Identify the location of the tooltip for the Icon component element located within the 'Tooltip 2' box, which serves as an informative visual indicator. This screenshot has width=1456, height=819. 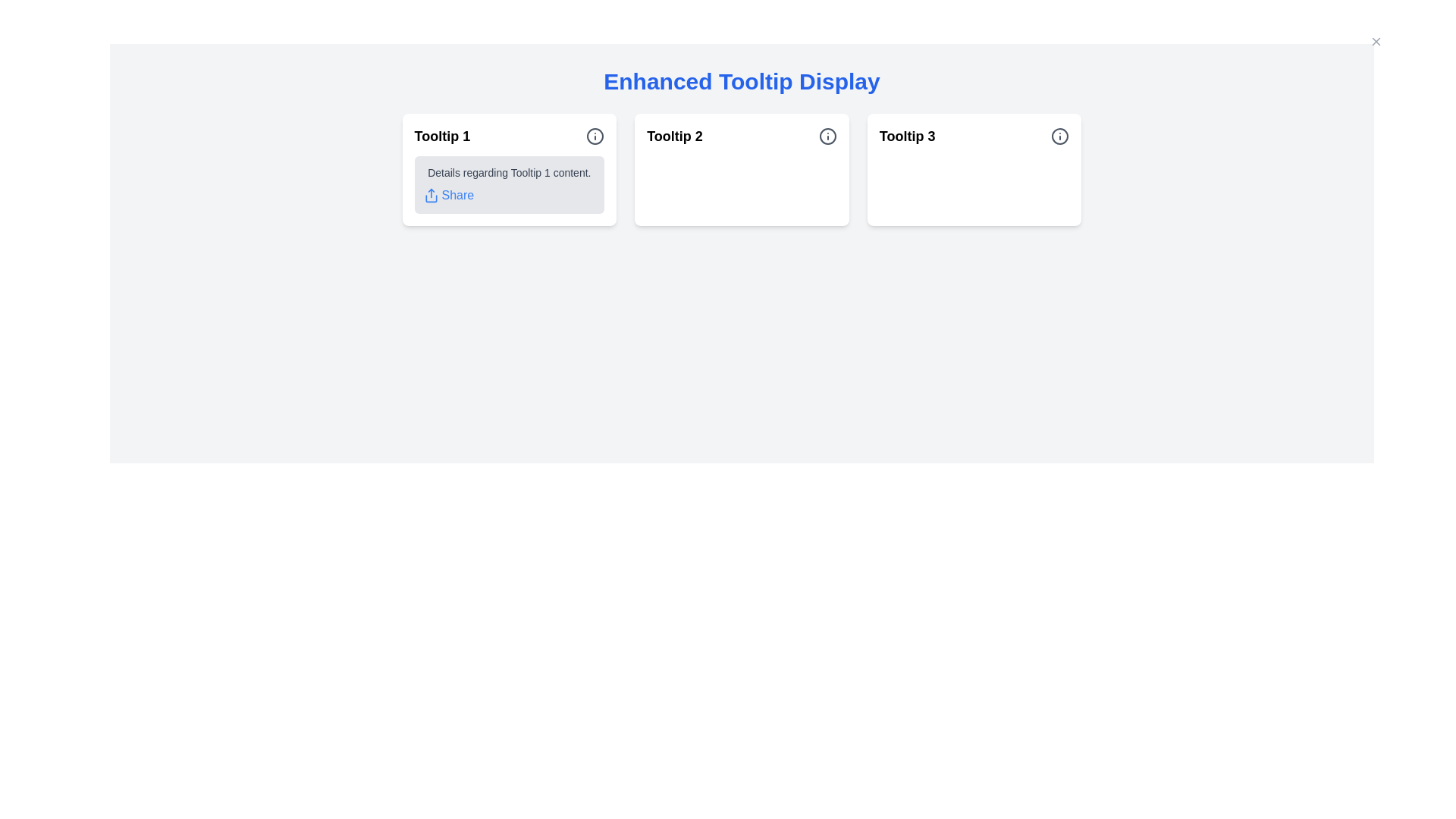
(827, 136).